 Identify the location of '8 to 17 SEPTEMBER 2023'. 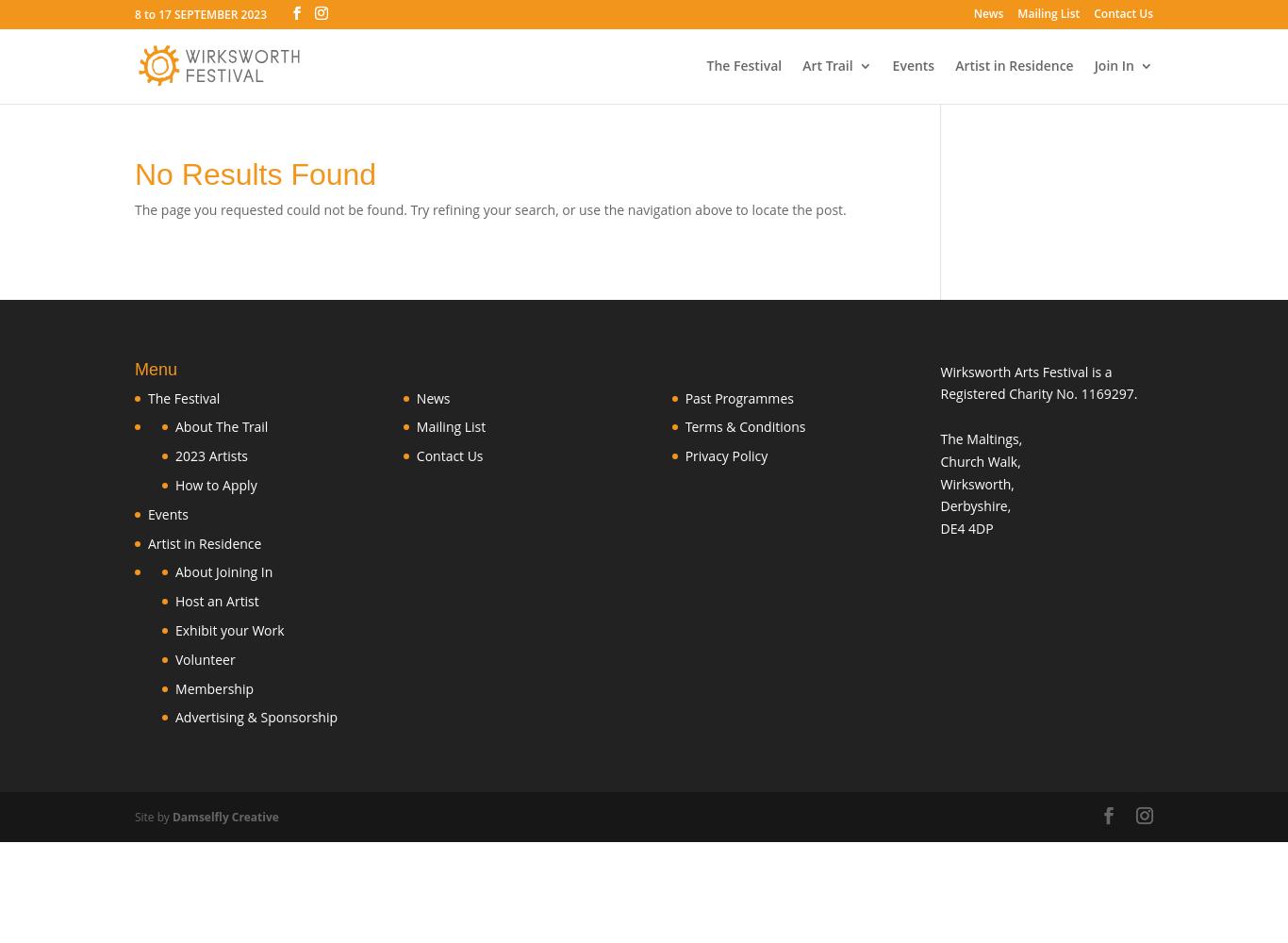
(199, 14).